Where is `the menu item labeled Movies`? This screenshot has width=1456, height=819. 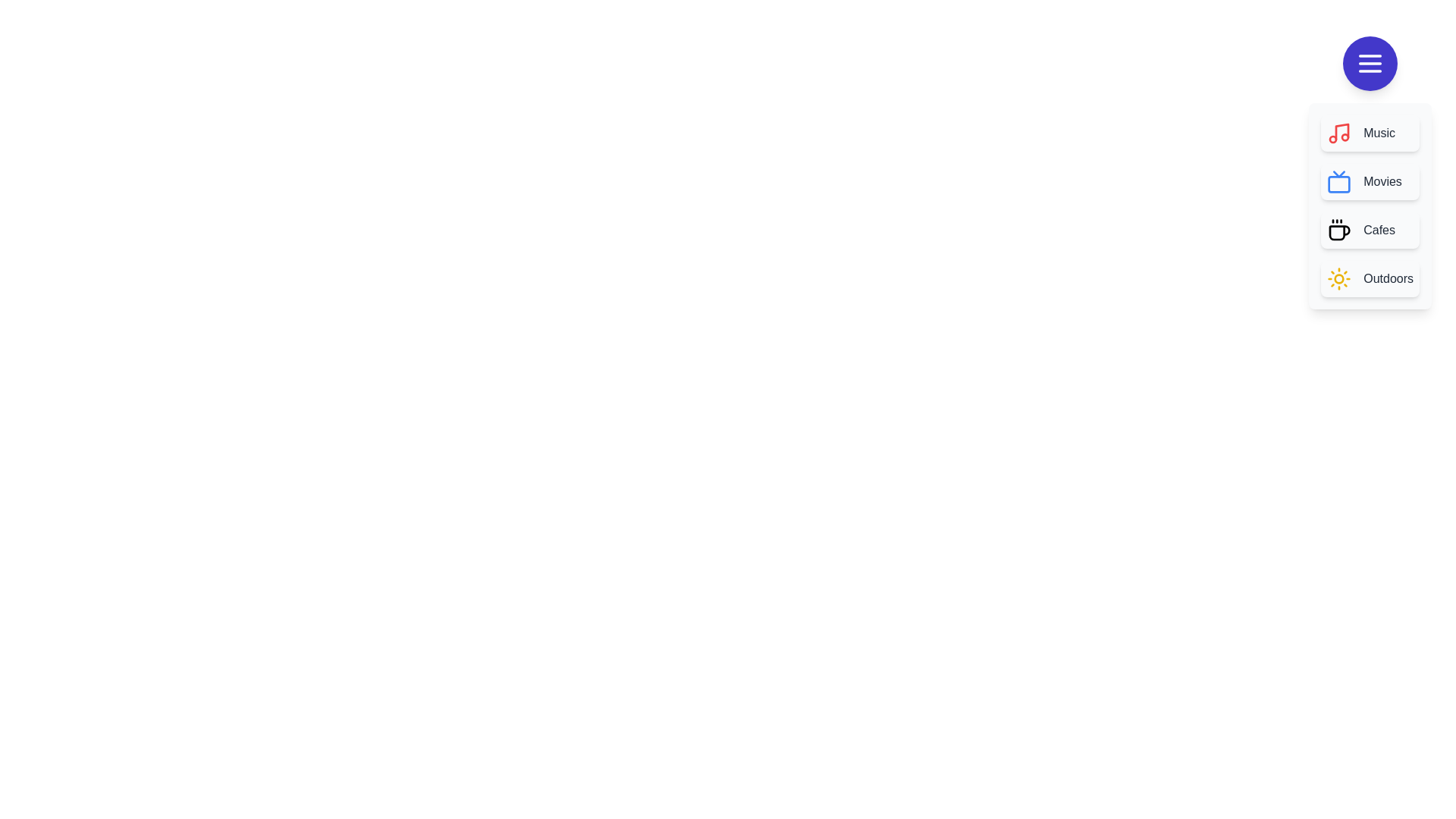 the menu item labeled Movies is located at coordinates (1370, 180).